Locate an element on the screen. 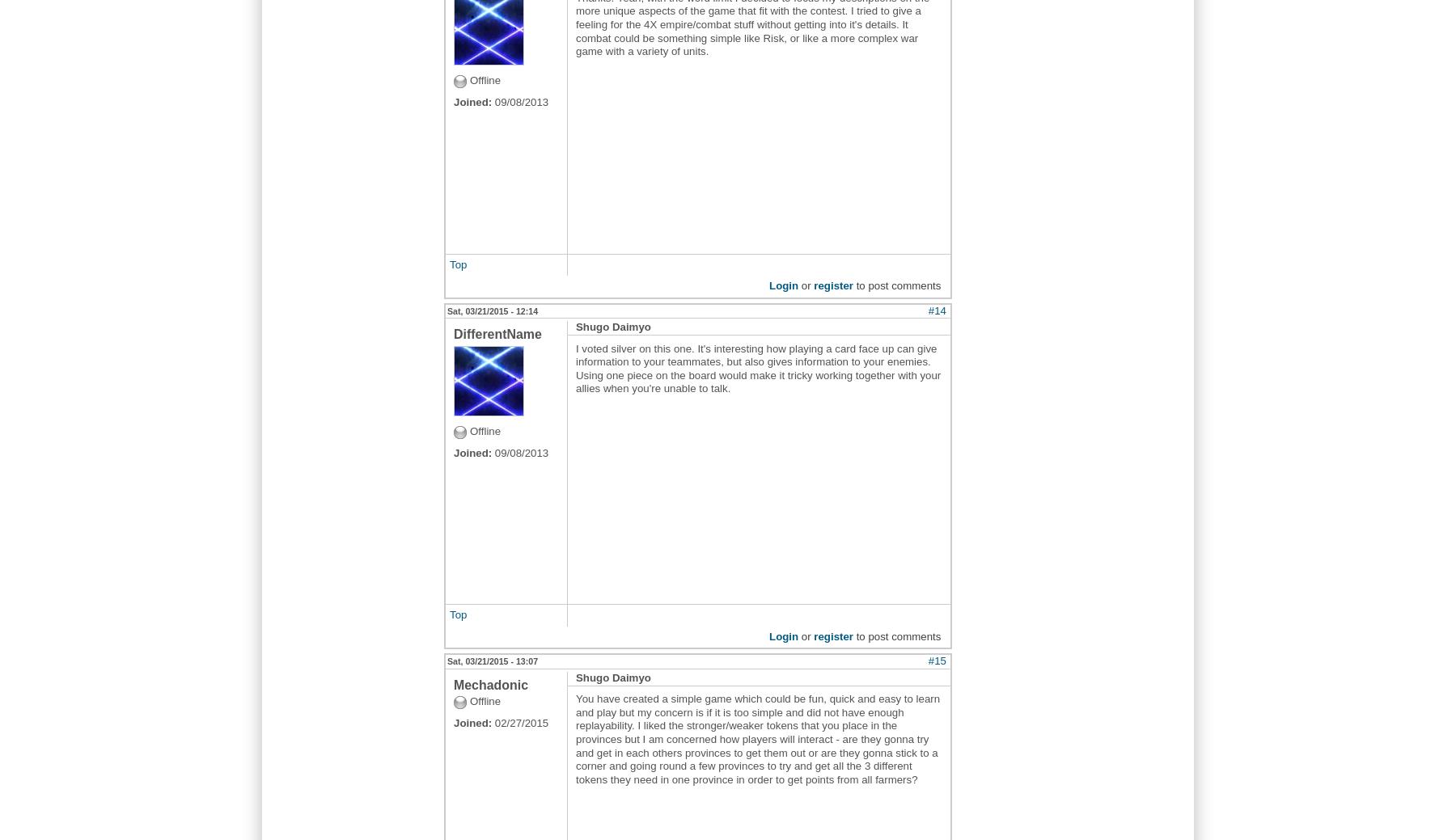  '#14' is located at coordinates (936, 309).